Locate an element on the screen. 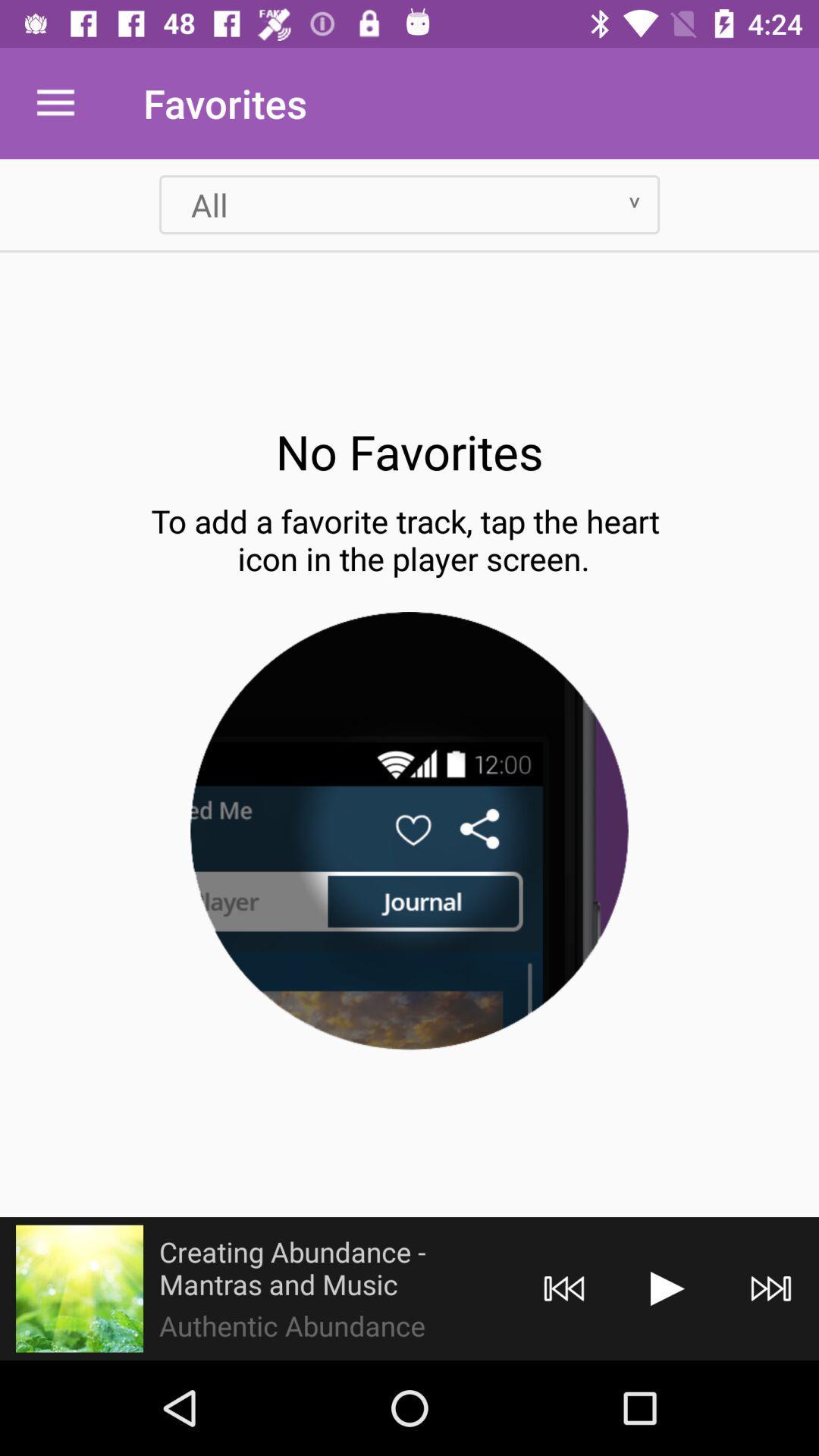 The width and height of the screenshot is (819, 1456). the play icon is located at coordinates (667, 1288).